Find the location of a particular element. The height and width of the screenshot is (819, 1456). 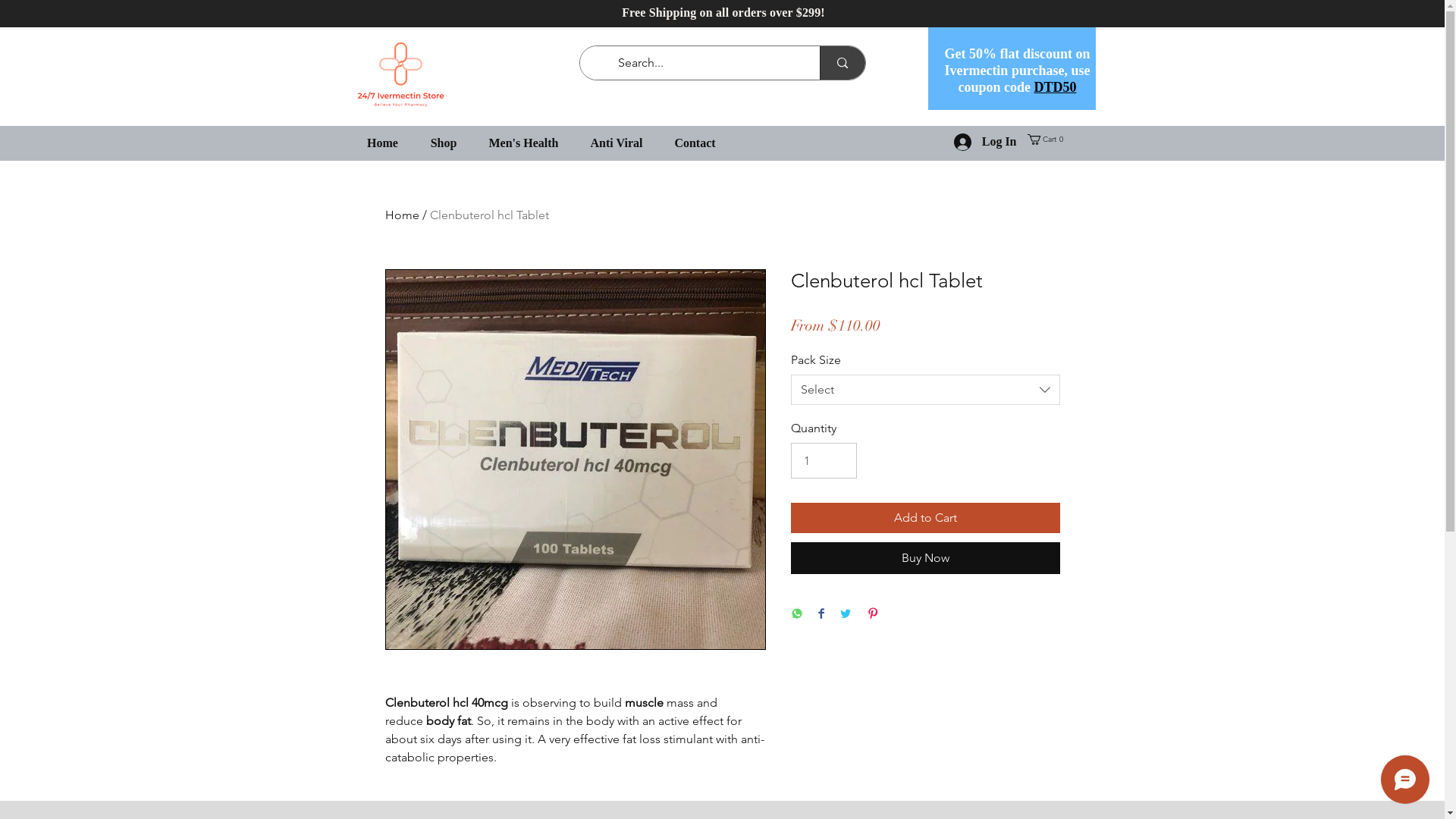

'Home' is located at coordinates (382, 143).